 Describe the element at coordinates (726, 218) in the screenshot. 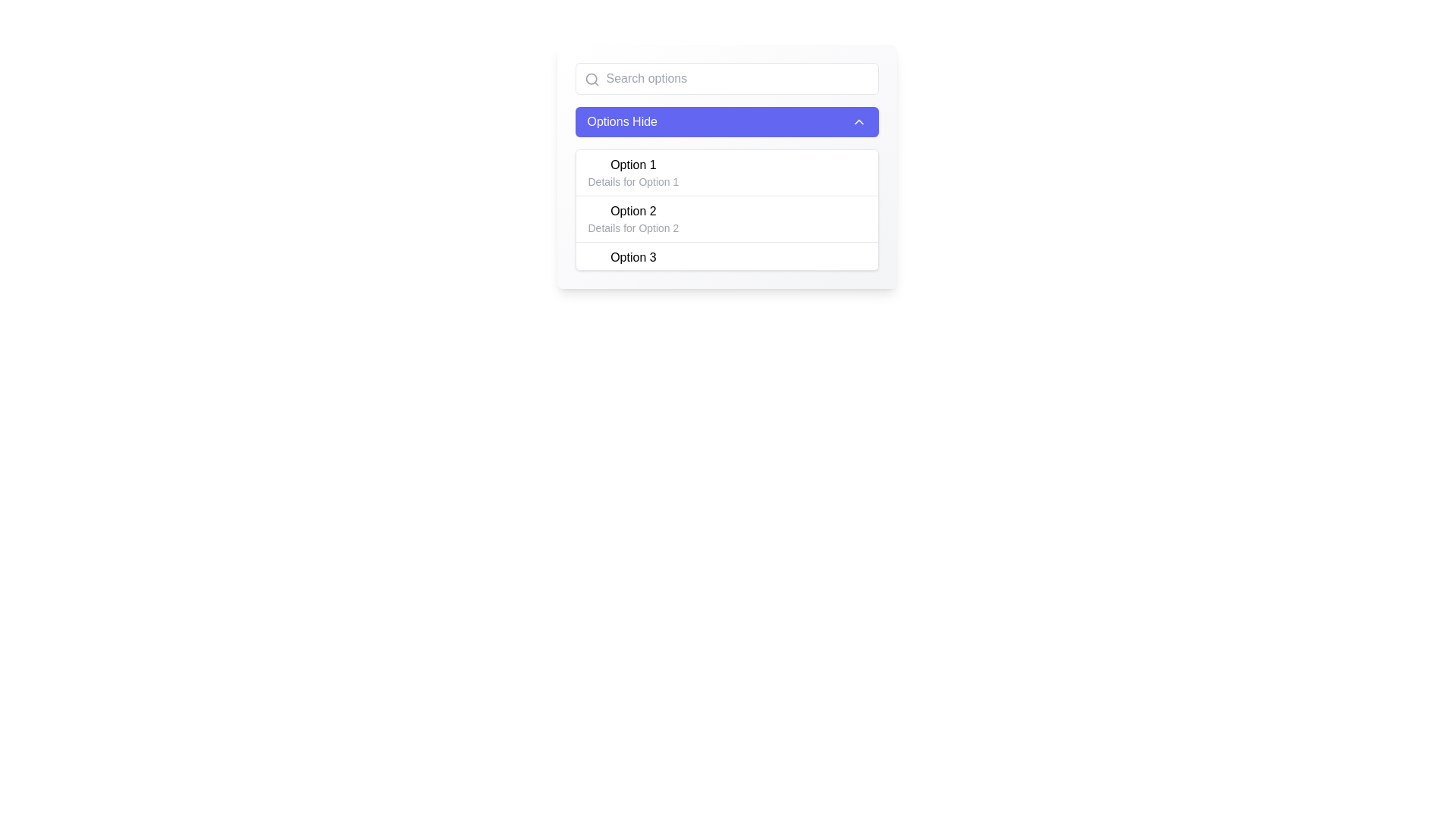

I see `the List item labeled 'Option 2'` at that location.